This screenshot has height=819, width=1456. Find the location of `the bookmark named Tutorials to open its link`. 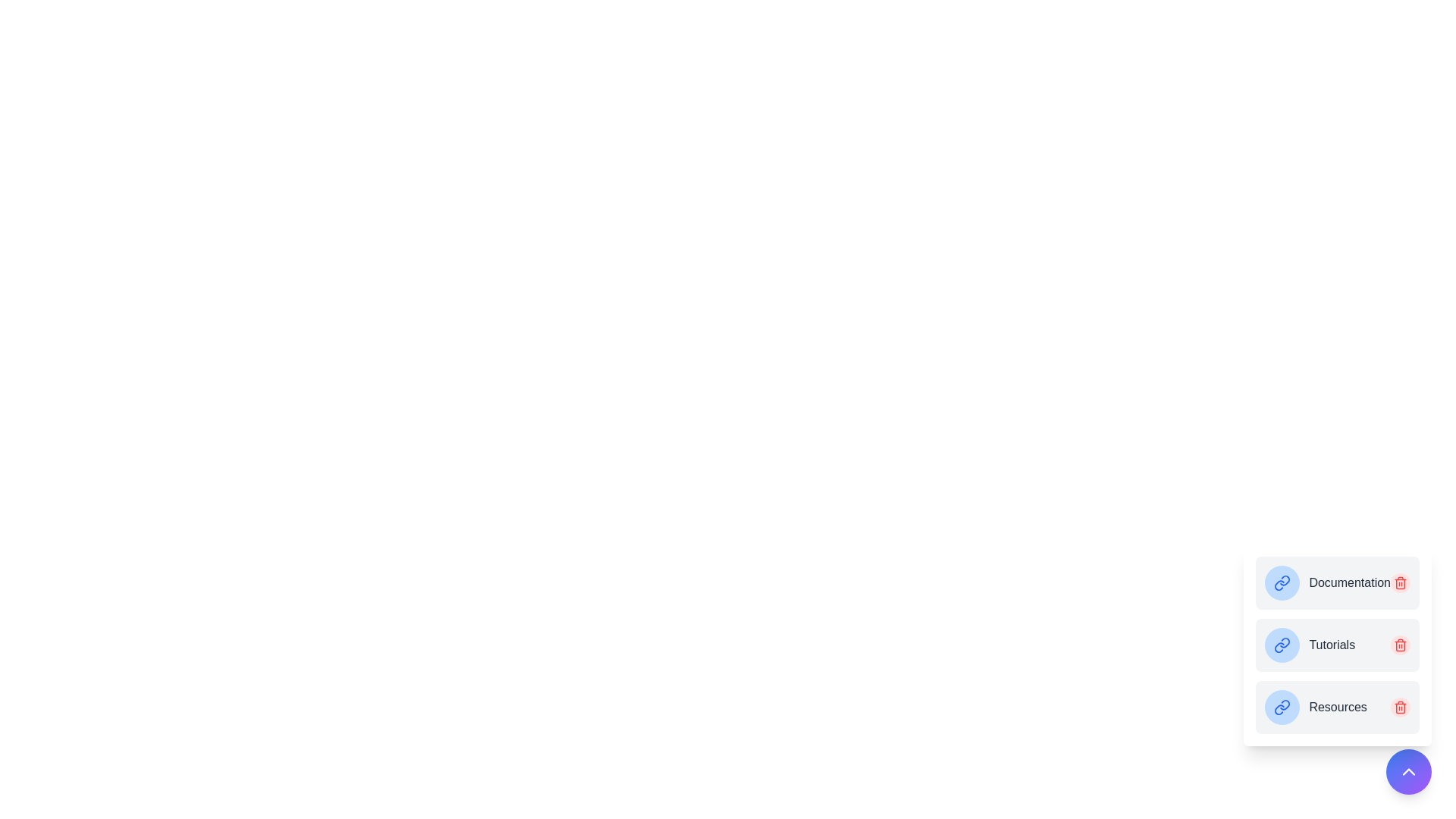

the bookmark named Tutorials to open its link is located at coordinates (1331, 645).